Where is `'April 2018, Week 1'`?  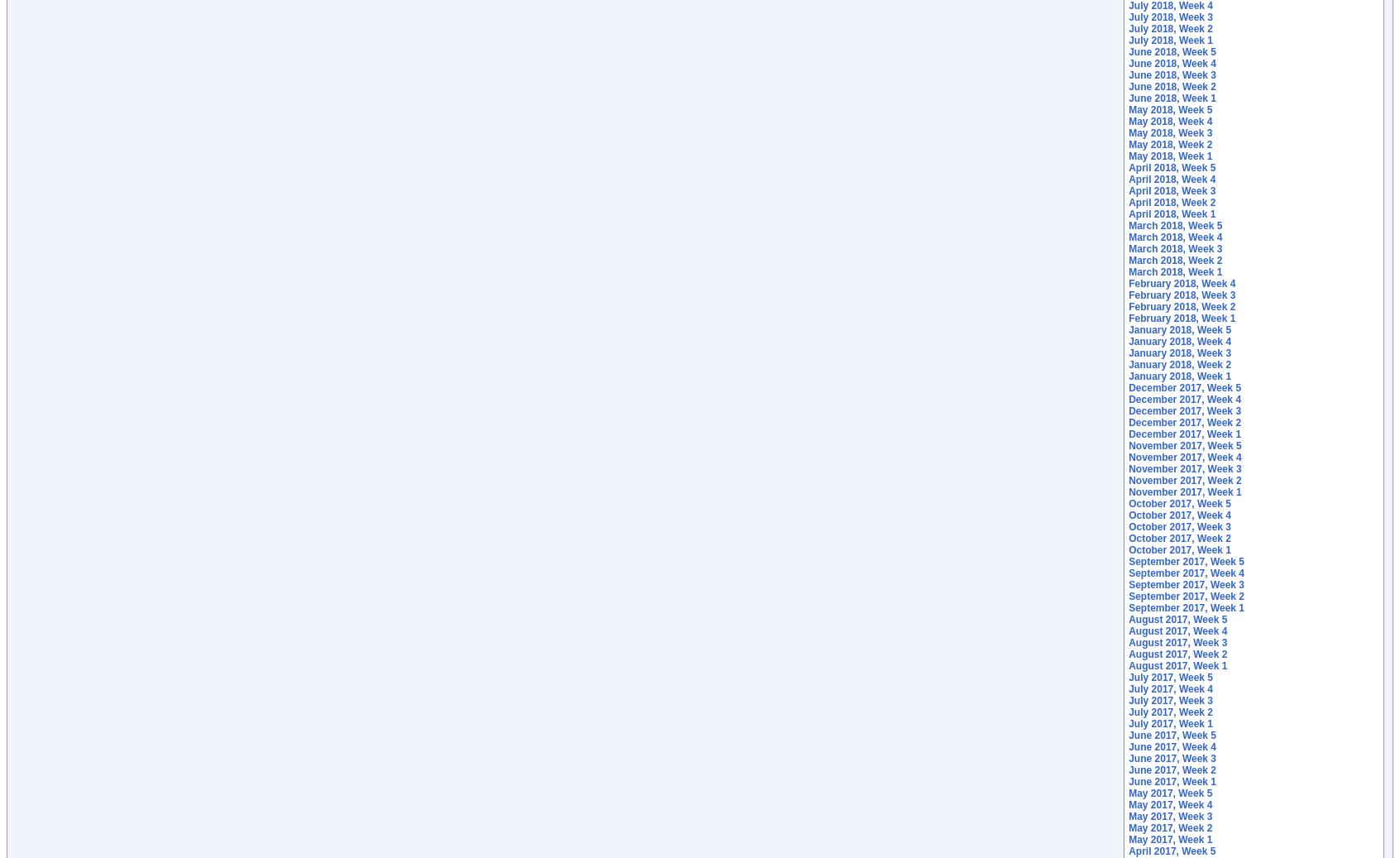 'April 2018, Week 1' is located at coordinates (1171, 213).